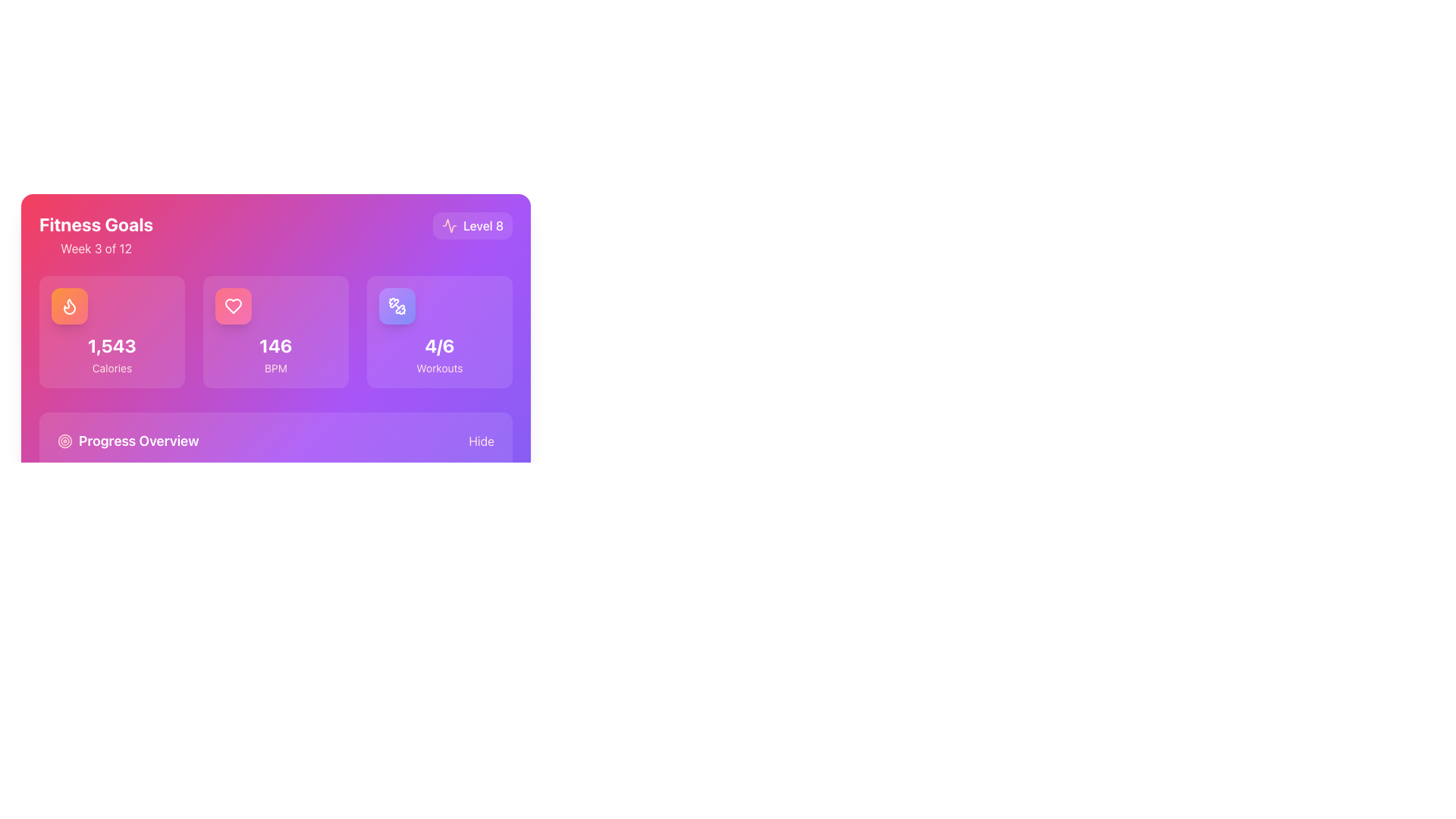 This screenshot has height=819, width=1456. What do you see at coordinates (276, 345) in the screenshot?
I see `the Text Display that shows the numerical value '146' in bold white text, positioned above the 'BPM' text and aligned with an icon` at bounding box center [276, 345].